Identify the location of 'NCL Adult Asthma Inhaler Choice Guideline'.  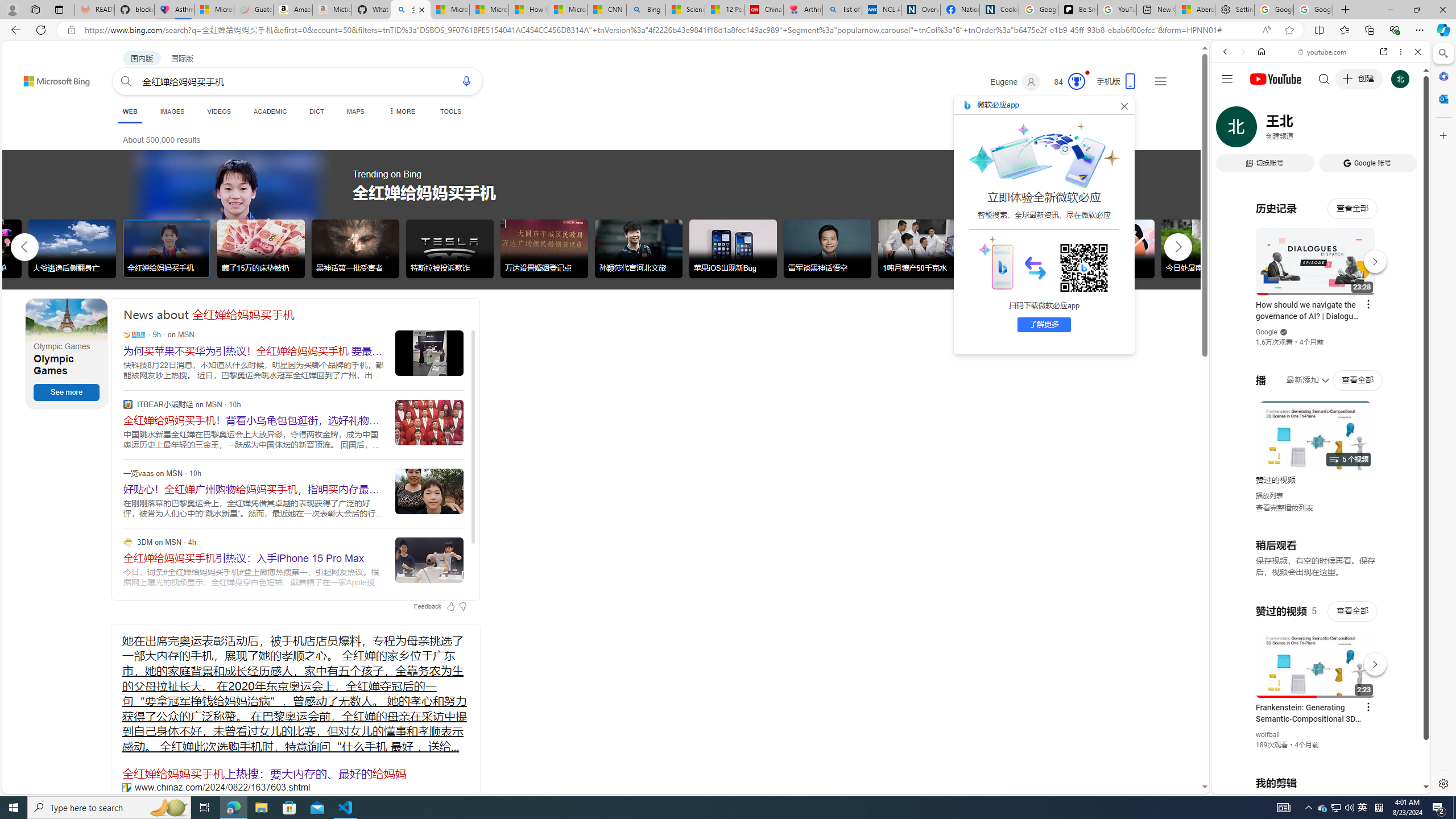
(881, 9).